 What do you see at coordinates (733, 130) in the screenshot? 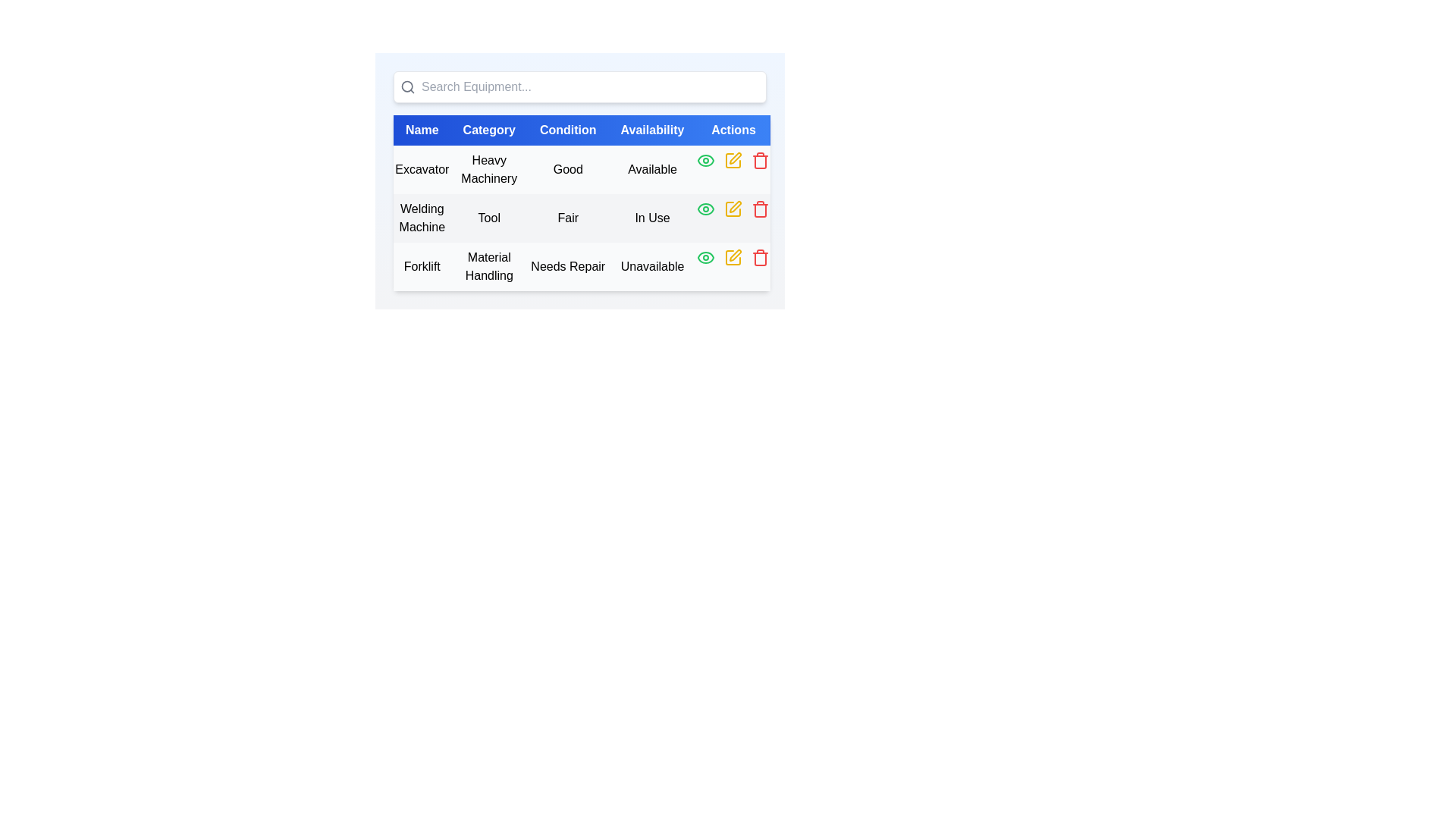
I see `the 'Actions' header cell, which is the fifth column header in the table, displaying bold white text on a blue background` at bounding box center [733, 130].